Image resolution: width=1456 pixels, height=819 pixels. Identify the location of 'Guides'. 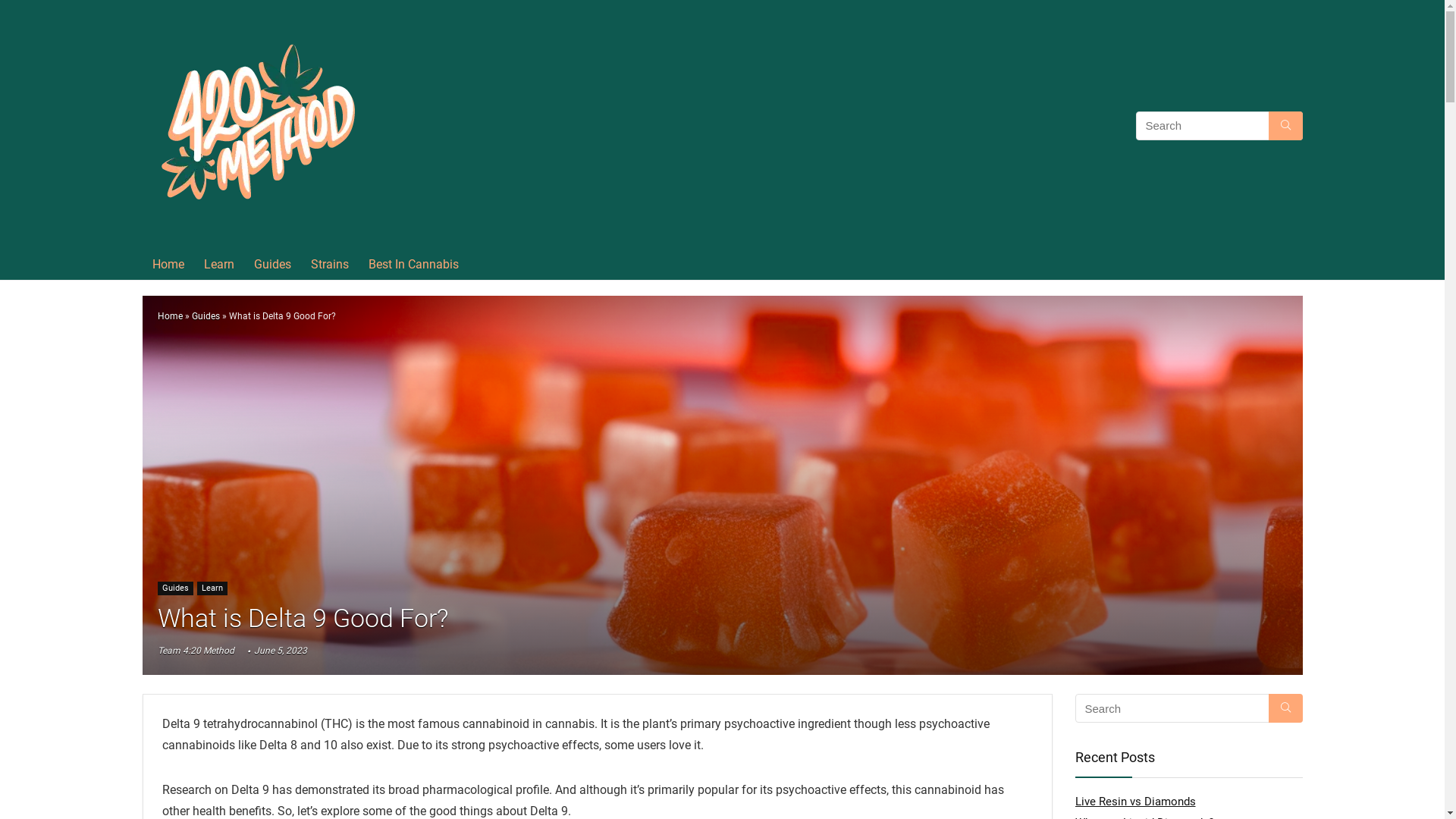
(157, 587).